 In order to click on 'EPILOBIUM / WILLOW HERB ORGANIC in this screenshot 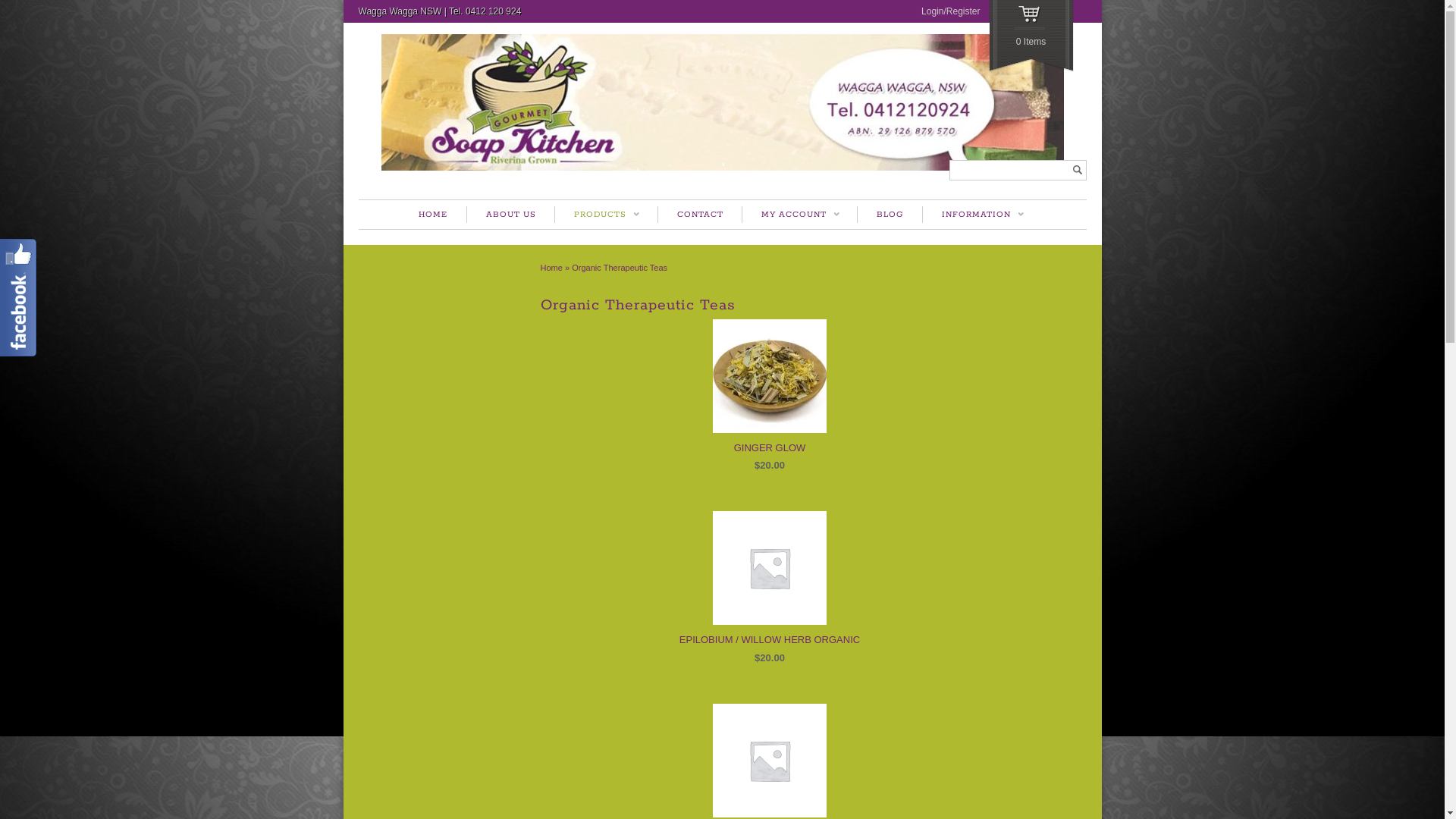, I will do `click(769, 588)`.